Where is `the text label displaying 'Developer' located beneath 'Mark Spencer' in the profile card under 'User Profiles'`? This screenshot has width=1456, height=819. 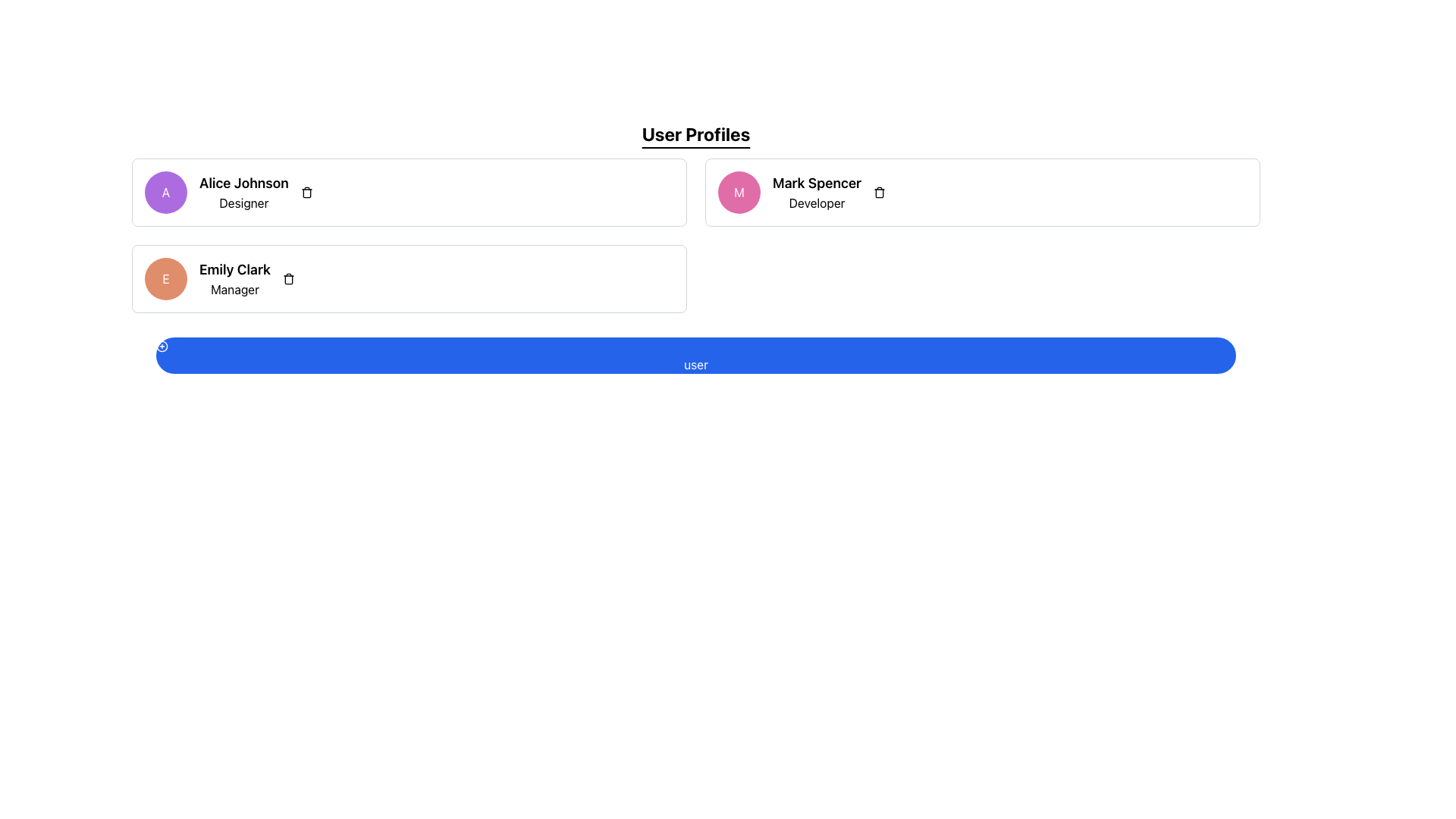
the text label displaying 'Developer' located beneath 'Mark Spencer' in the profile card under 'User Profiles' is located at coordinates (816, 202).